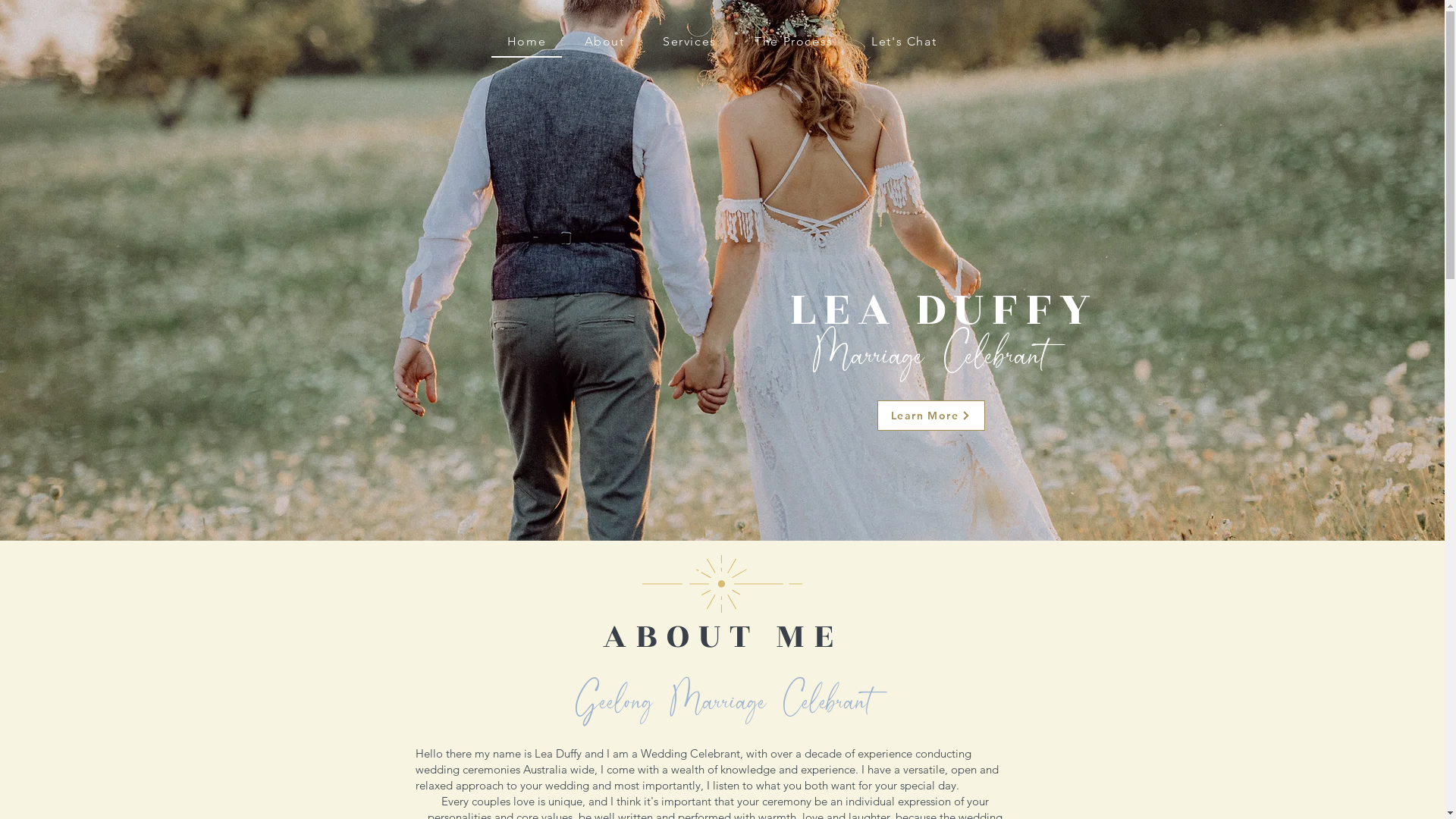 This screenshot has height=819, width=1456. Describe the element at coordinates (527, 41) in the screenshot. I see `'Home'` at that location.